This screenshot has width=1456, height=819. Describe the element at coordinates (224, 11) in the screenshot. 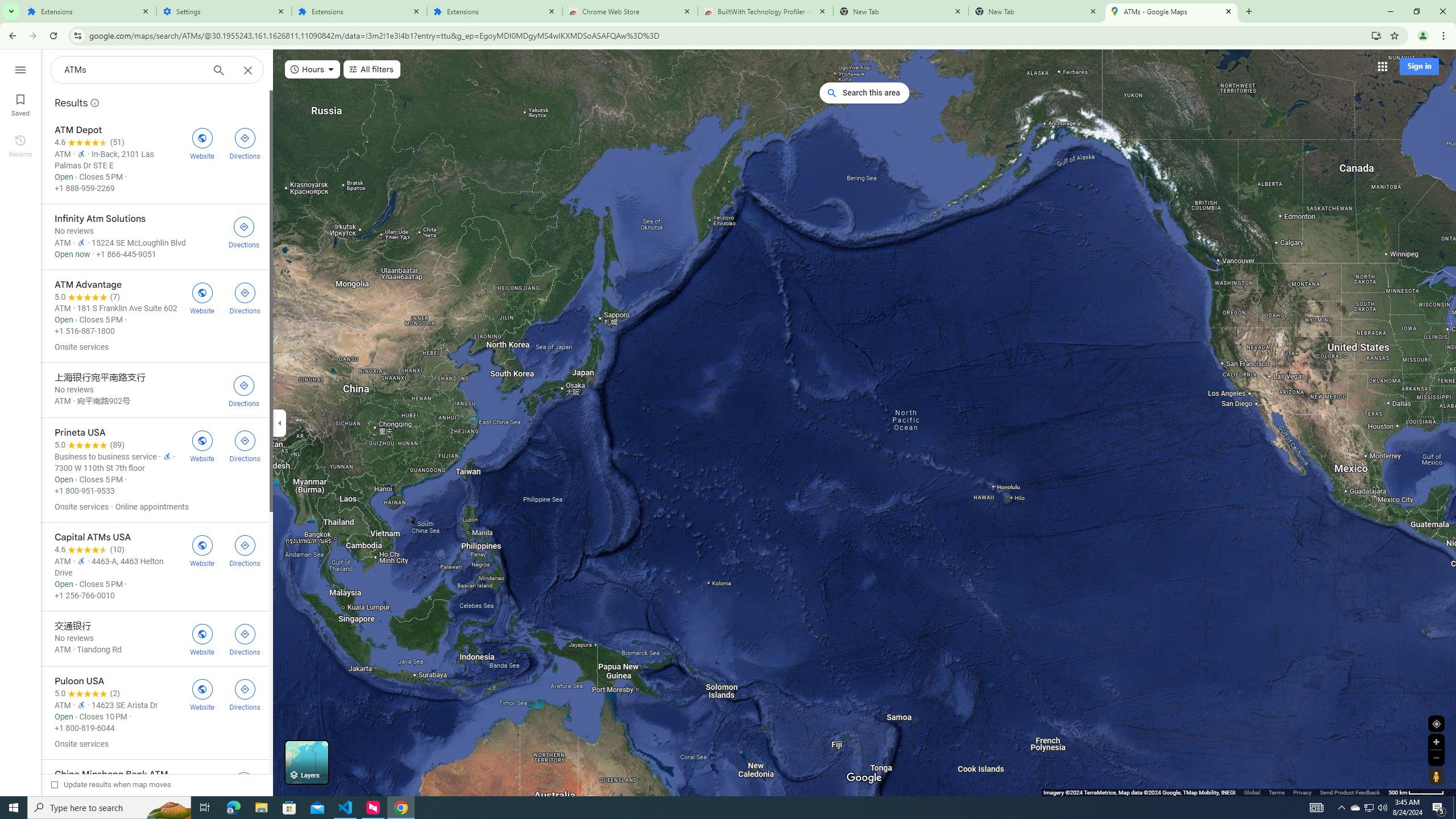

I see `'Settings'` at that location.